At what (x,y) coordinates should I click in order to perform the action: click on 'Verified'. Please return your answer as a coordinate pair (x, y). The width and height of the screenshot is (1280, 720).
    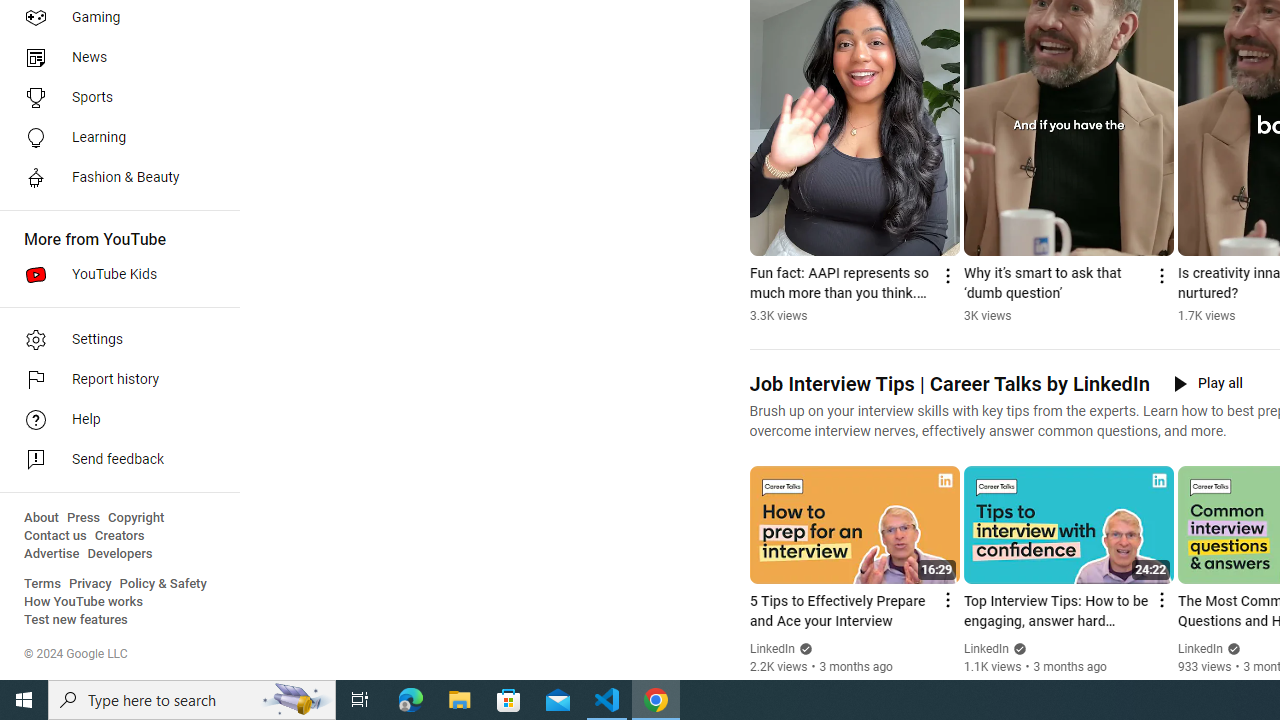
    Looking at the image, I should click on (1231, 648).